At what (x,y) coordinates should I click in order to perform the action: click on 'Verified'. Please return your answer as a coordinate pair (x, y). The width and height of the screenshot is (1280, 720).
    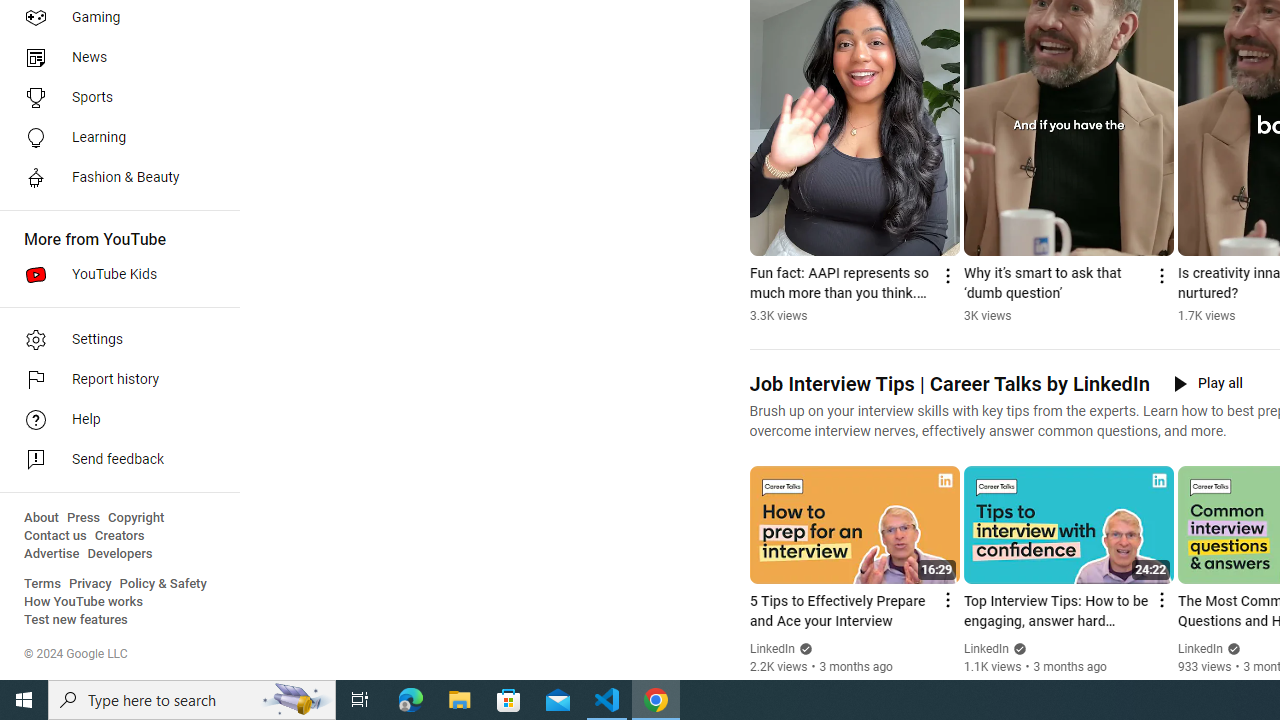
    Looking at the image, I should click on (1231, 648).